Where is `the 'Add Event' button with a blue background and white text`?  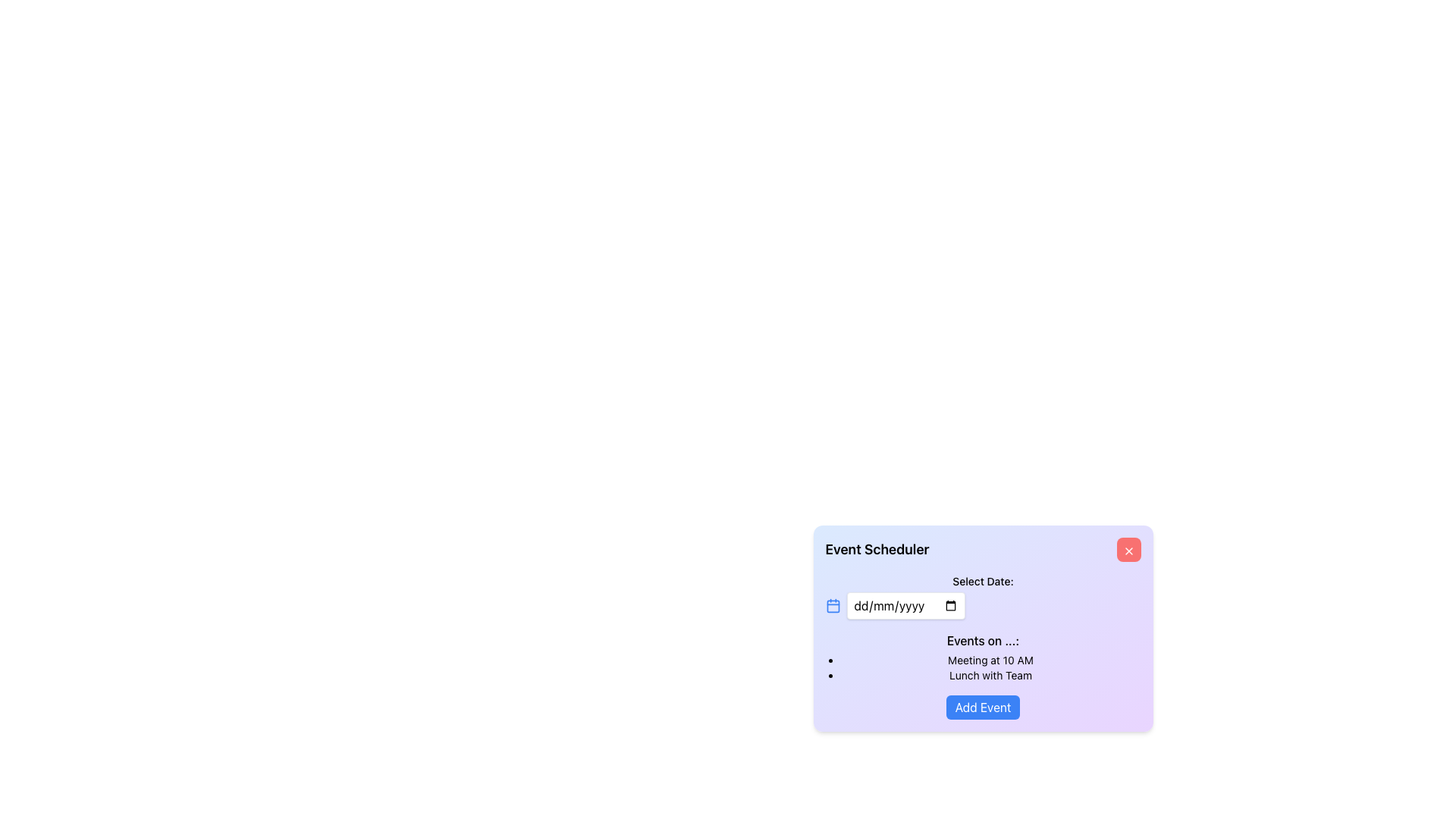
the 'Add Event' button with a blue background and white text is located at coordinates (983, 708).